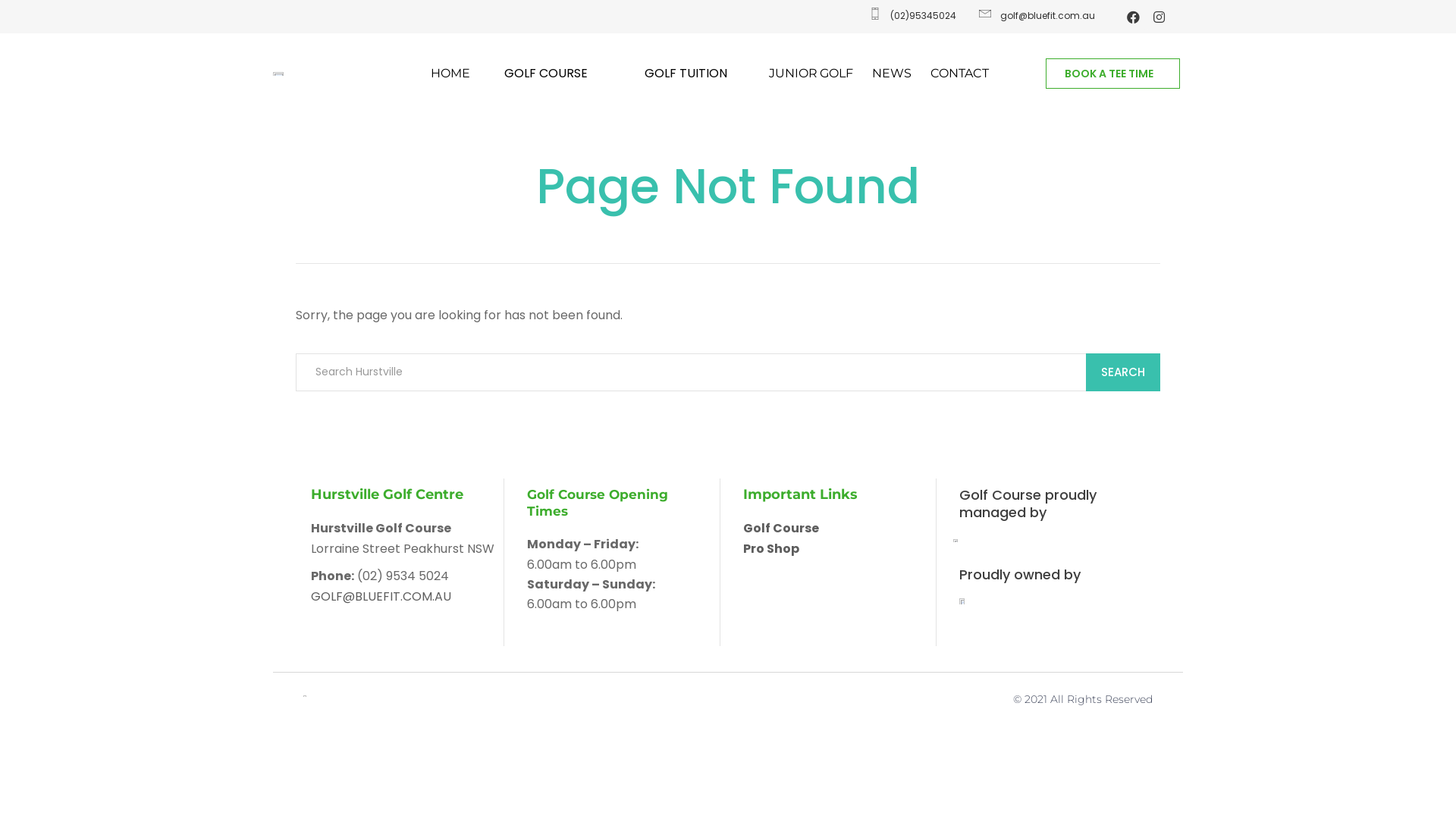 This screenshot has width=1456, height=819. I want to click on 'golf@bluefit.com.au', so click(1034, 15).